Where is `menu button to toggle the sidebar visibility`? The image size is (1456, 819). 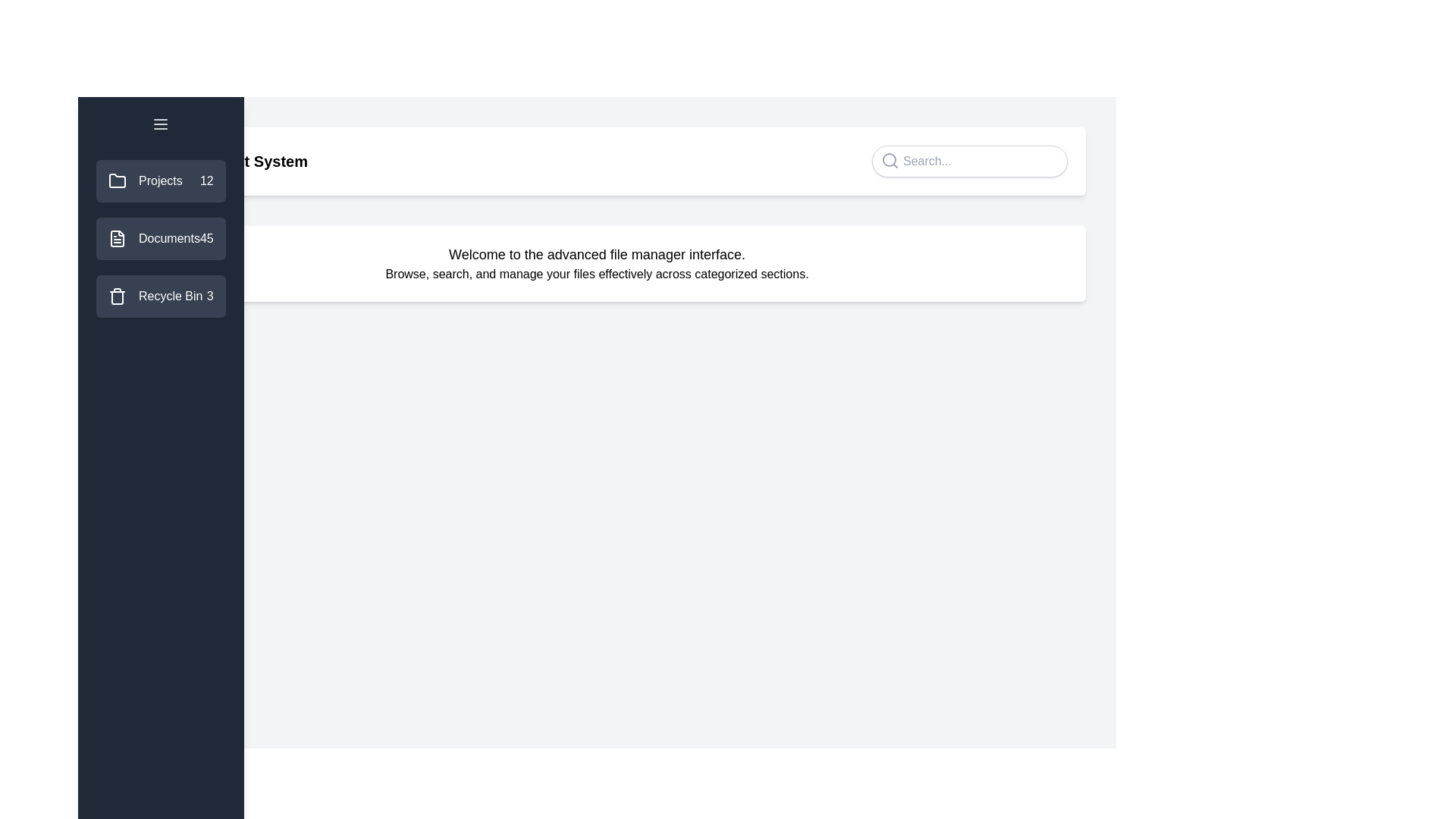
menu button to toggle the sidebar visibility is located at coordinates (160, 124).